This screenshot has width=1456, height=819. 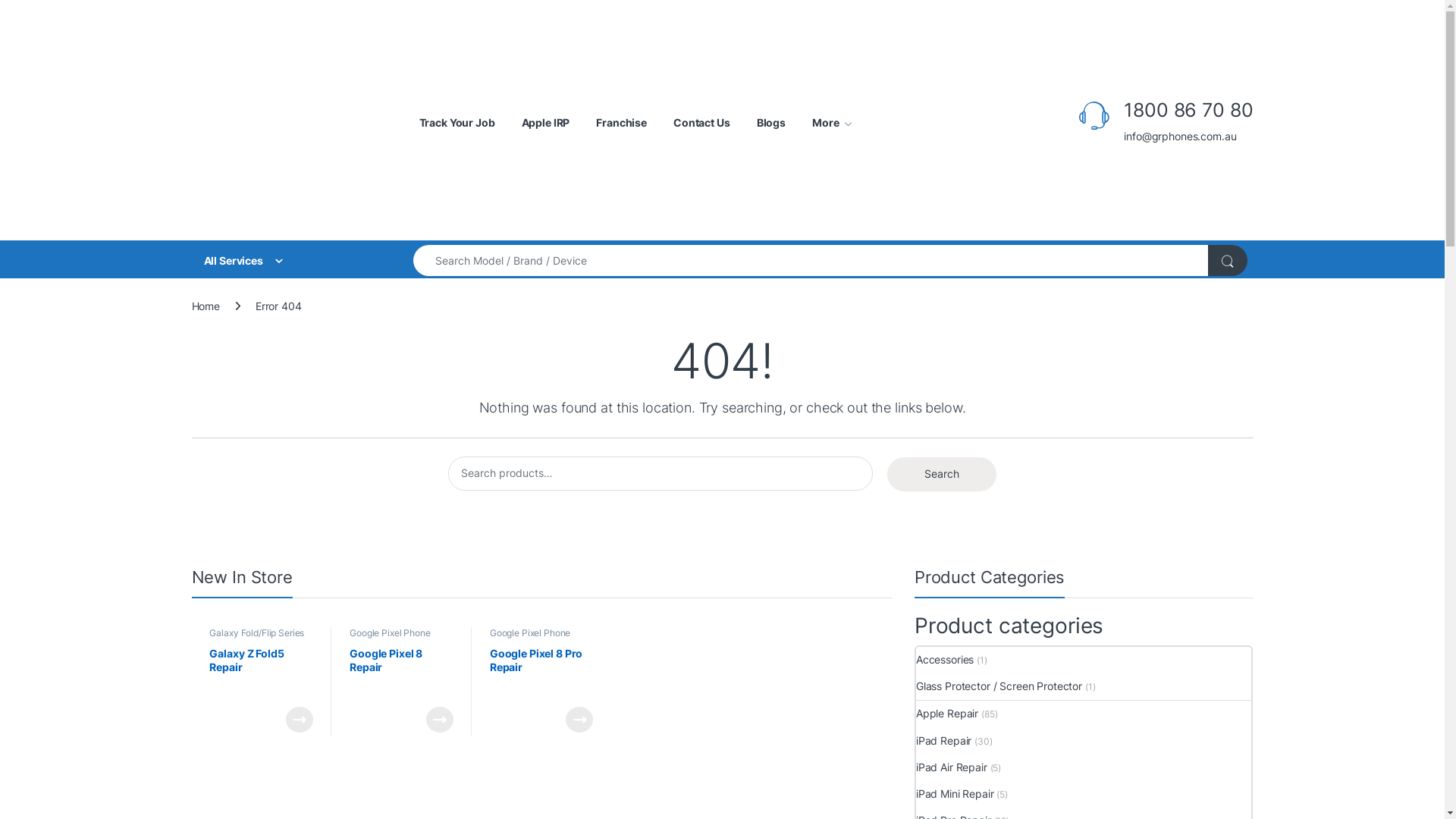 What do you see at coordinates (771, 122) in the screenshot?
I see `'Blogs'` at bounding box center [771, 122].